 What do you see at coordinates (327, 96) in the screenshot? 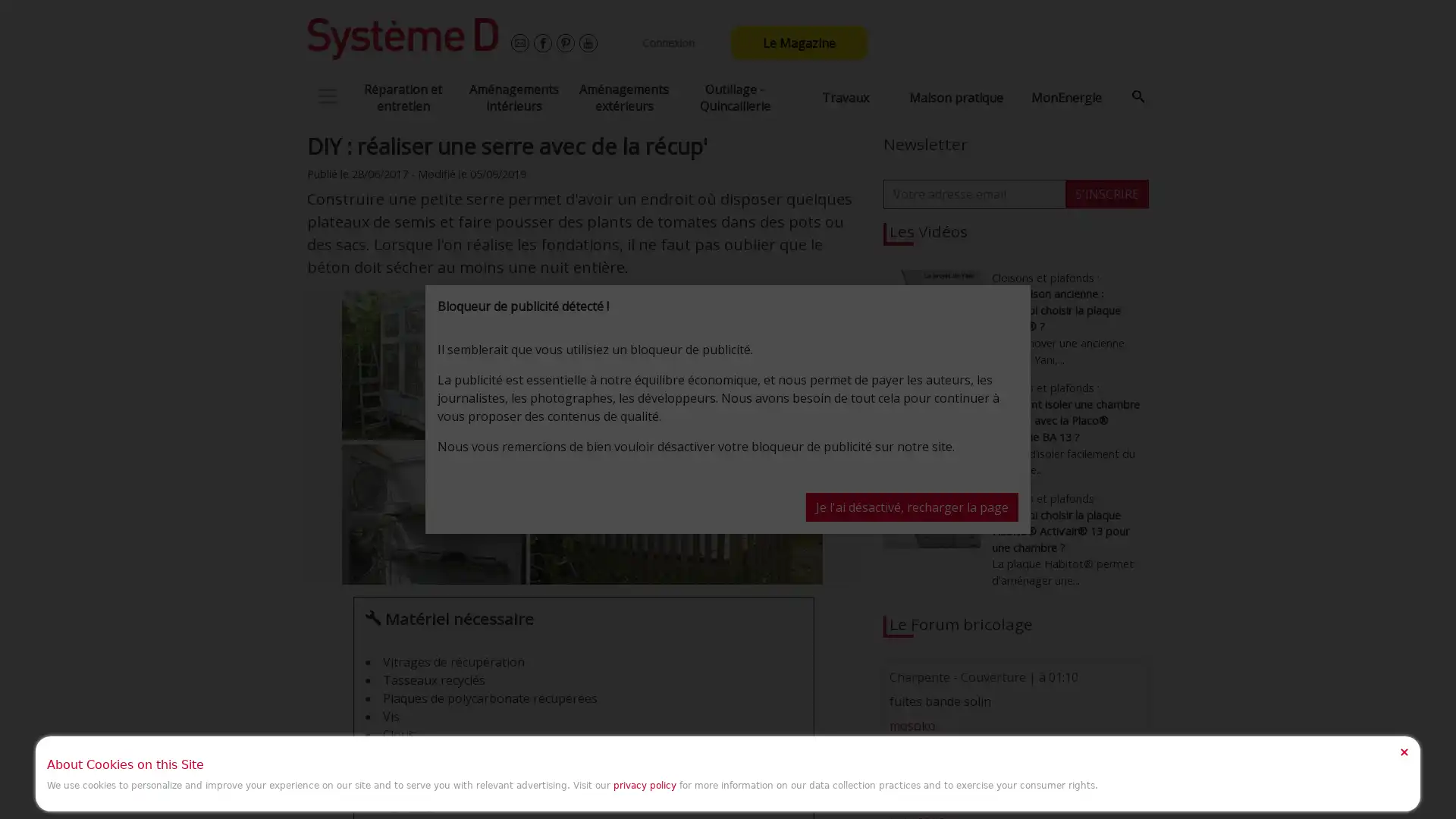
I see `Toggle navigation` at bounding box center [327, 96].